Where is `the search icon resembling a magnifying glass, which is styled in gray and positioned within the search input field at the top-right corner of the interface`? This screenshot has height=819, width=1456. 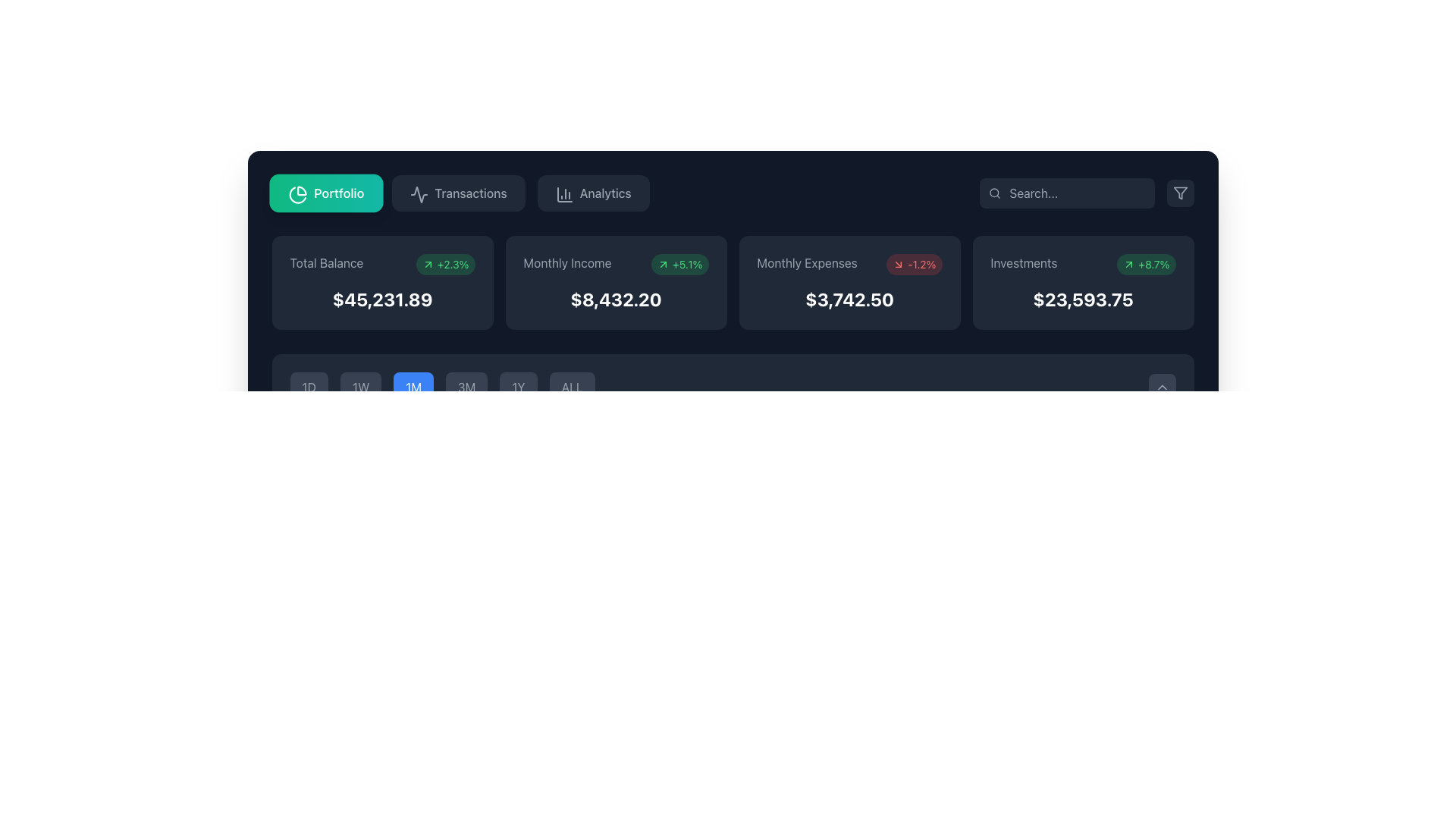
the search icon resembling a magnifying glass, which is styled in gray and positioned within the search input field at the top-right corner of the interface is located at coordinates (994, 192).